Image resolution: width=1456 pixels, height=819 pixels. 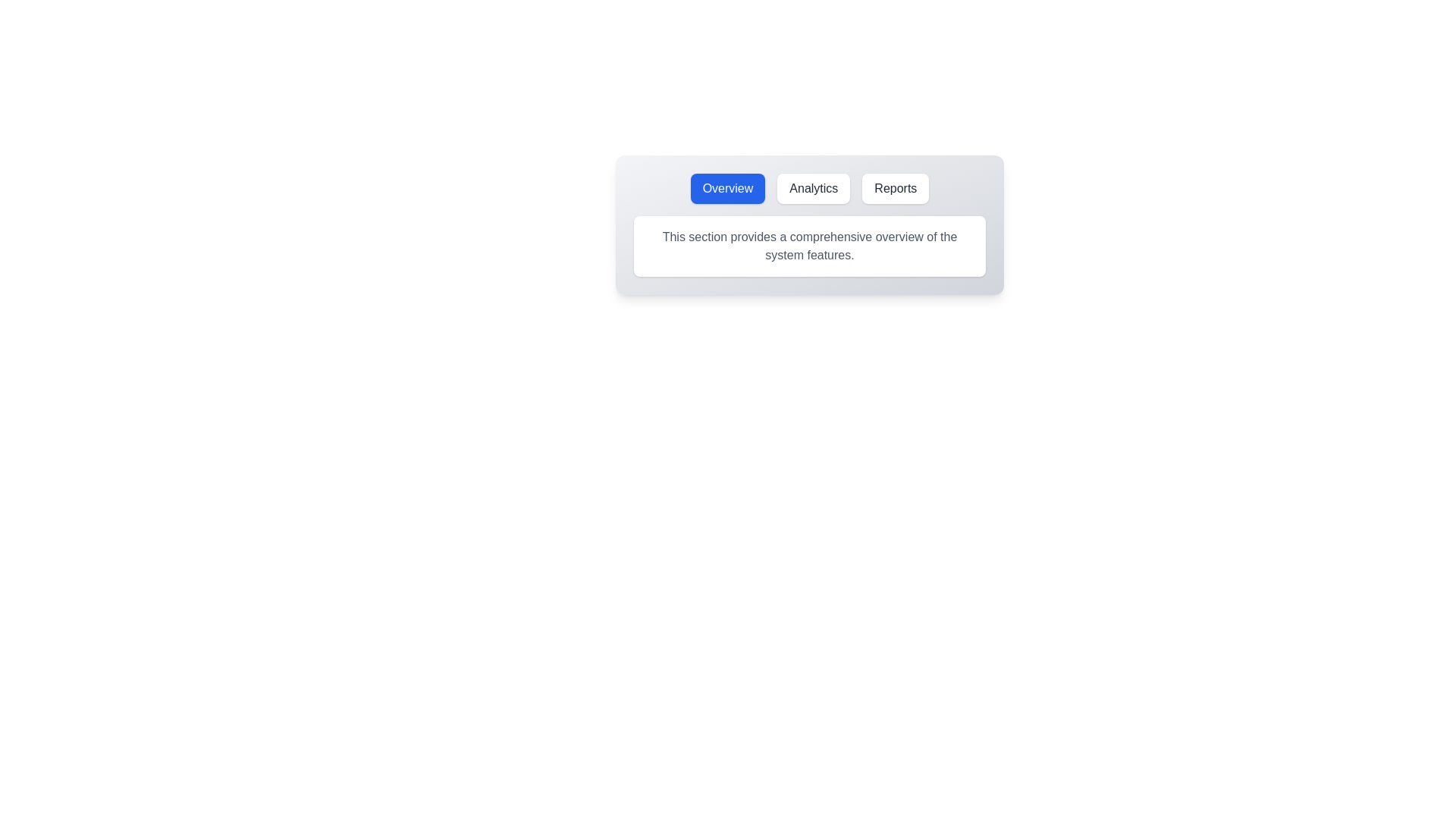 What do you see at coordinates (813, 188) in the screenshot?
I see `the tab labeled Analytics to observe its hover effect` at bounding box center [813, 188].